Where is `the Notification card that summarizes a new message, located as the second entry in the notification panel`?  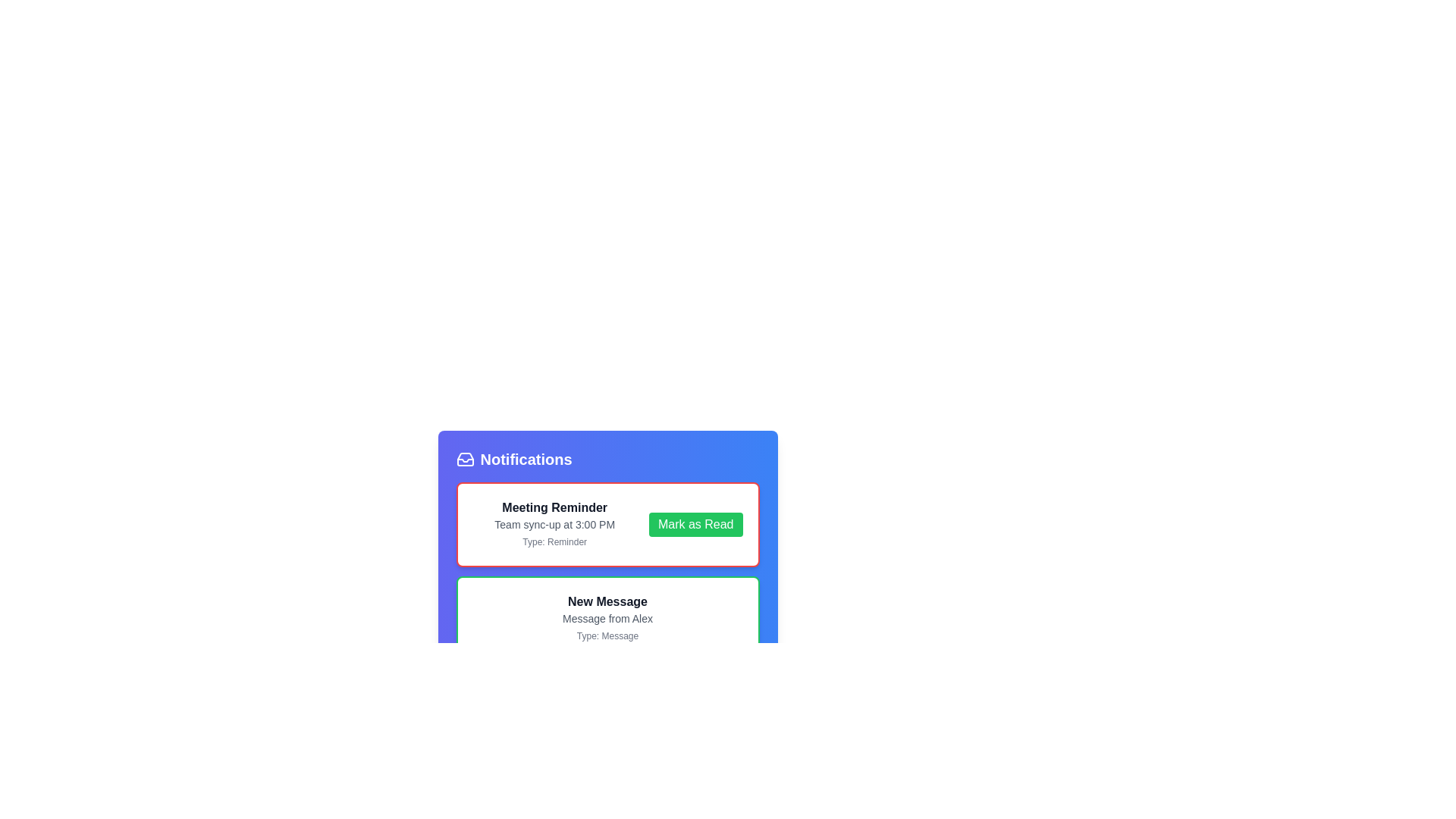 the Notification card that summarizes a new message, located as the second entry in the notification panel is located at coordinates (607, 619).